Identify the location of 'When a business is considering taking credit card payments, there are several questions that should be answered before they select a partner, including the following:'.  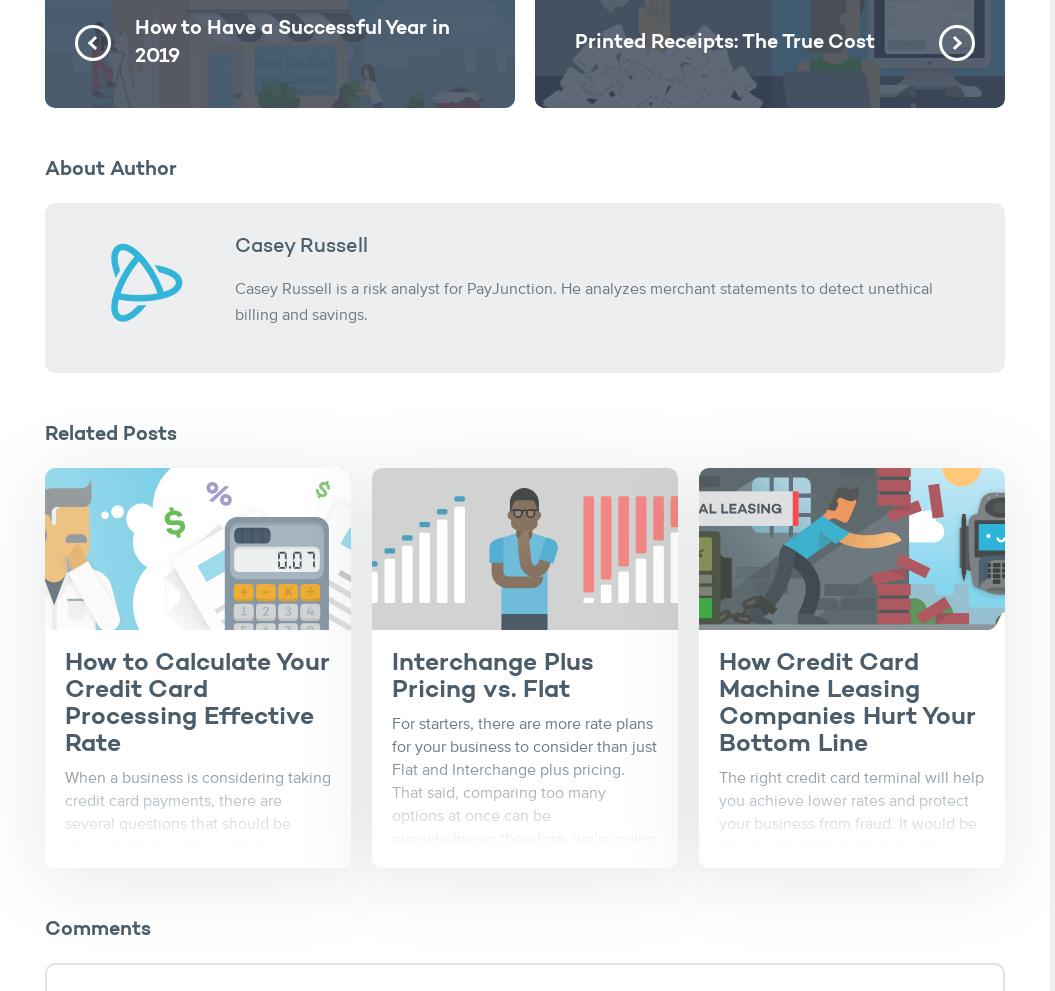
(197, 823).